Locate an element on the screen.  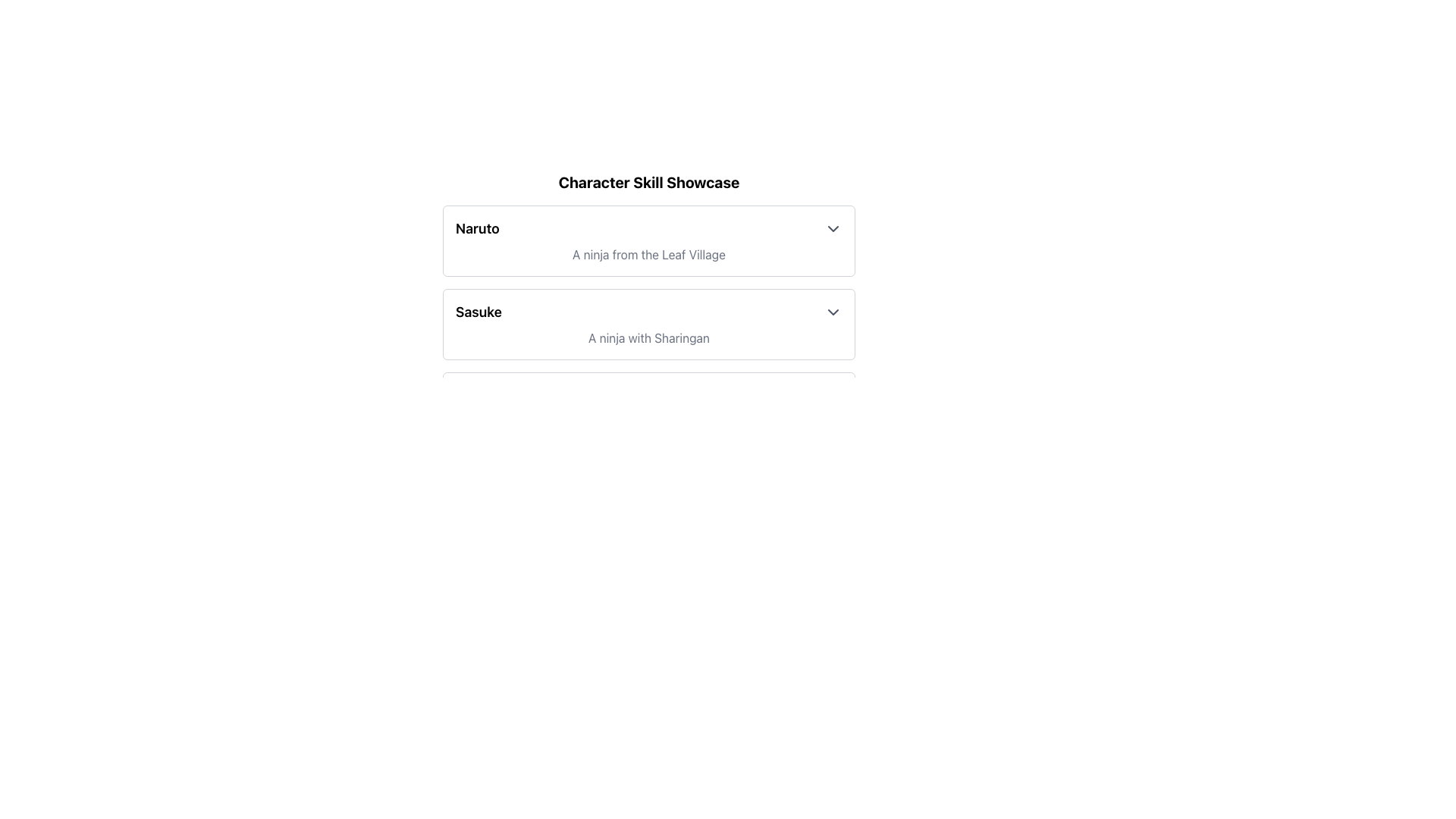
the descriptive subtitle text label for the character 'Naruto', located below the main title within a bordered and rounded rectangular section is located at coordinates (648, 253).